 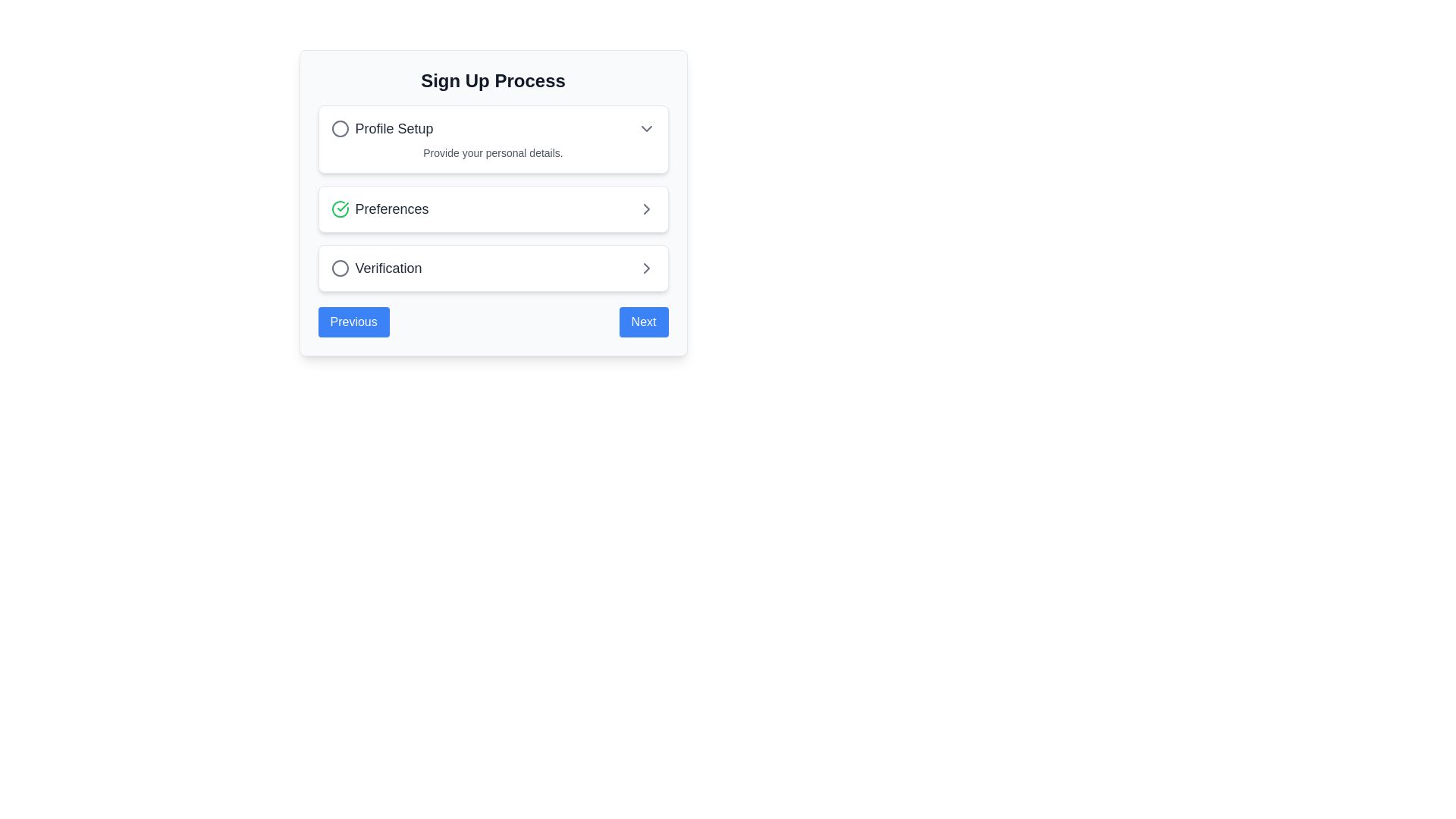 I want to click on the text label that says 'Provide your personal details.' located under the 'Profile Setup' section, so click(x=493, y=152).